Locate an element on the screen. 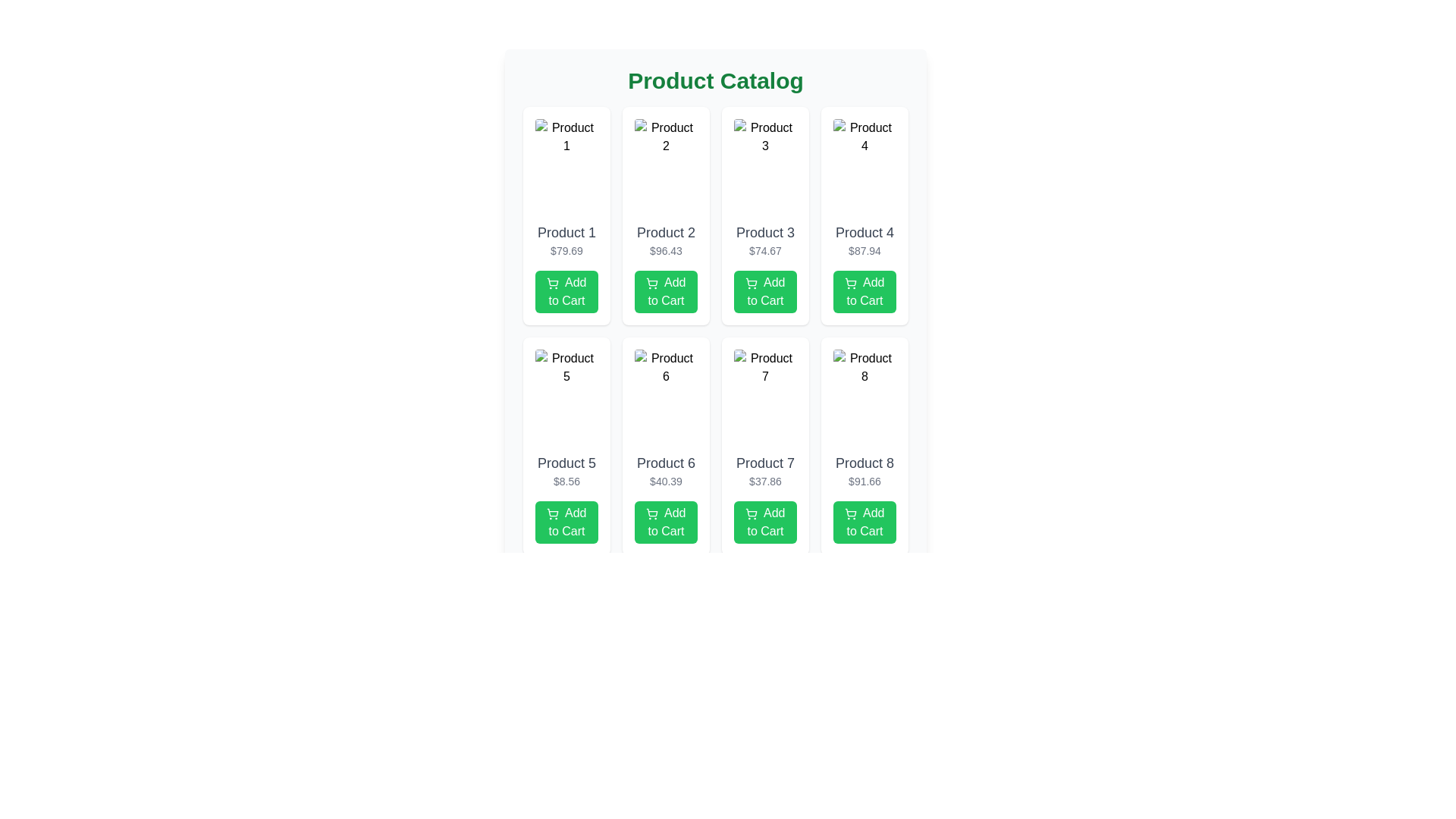  the green 'Add to Cart' button with white text and a shopping cart icon located at the bottom right corner of the card for 'Product 4' to visualize its hover state is located at coordinates (864, 292).